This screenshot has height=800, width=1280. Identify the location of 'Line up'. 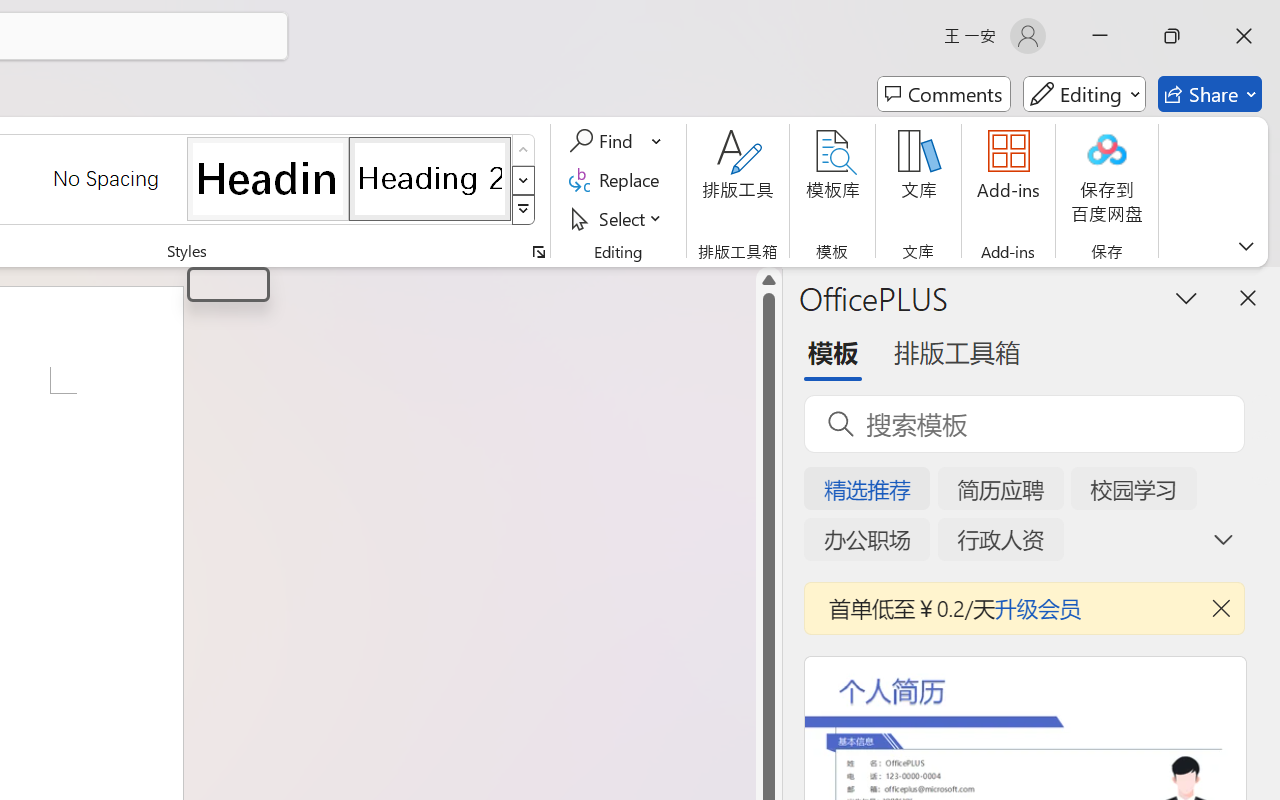
(768, 280).